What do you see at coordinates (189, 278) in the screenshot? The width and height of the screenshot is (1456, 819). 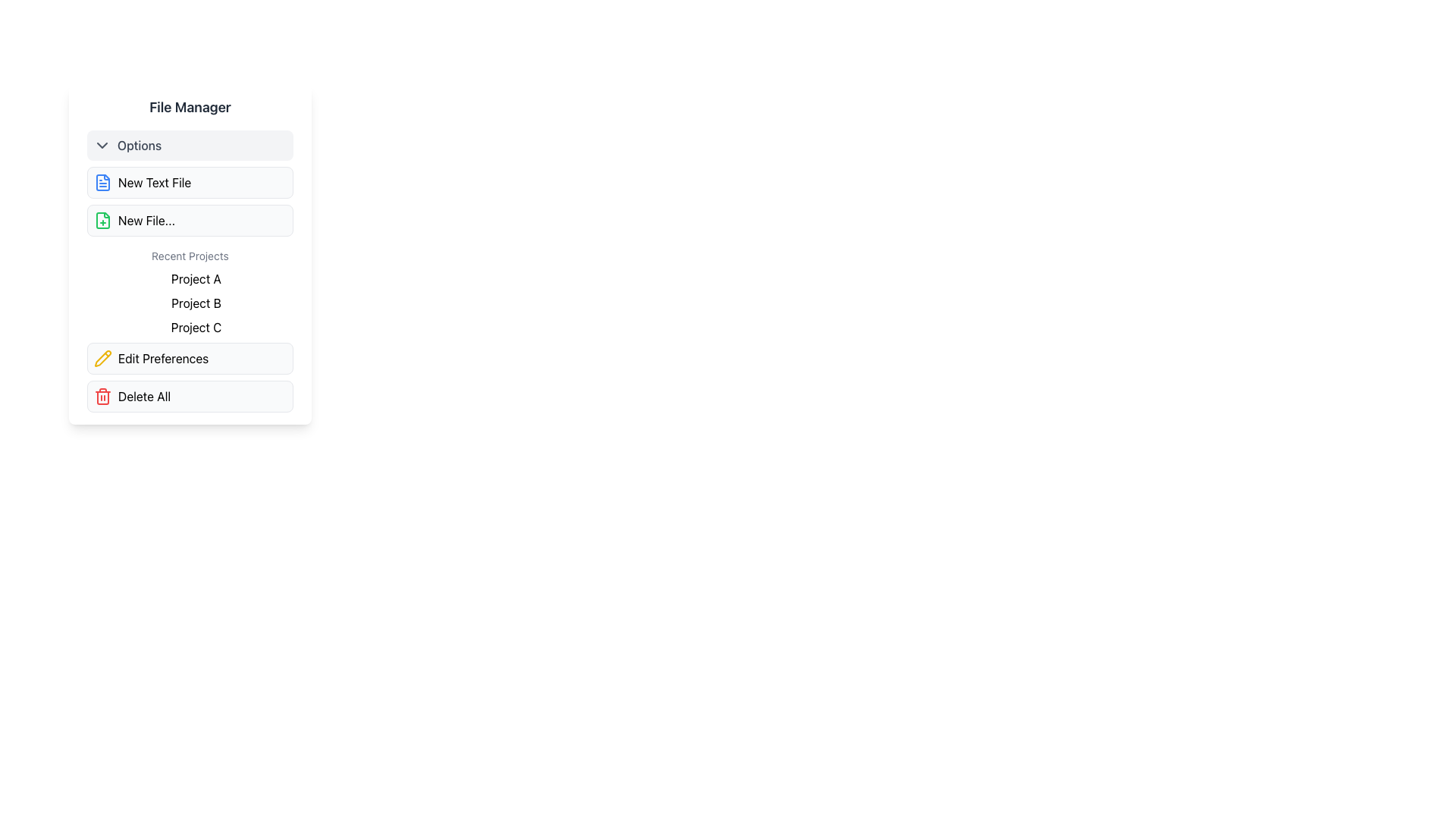 I see `the text label 'Project A' located under the 'Recent Projects' heading in the sidebar` at bounding box center [189, 278].